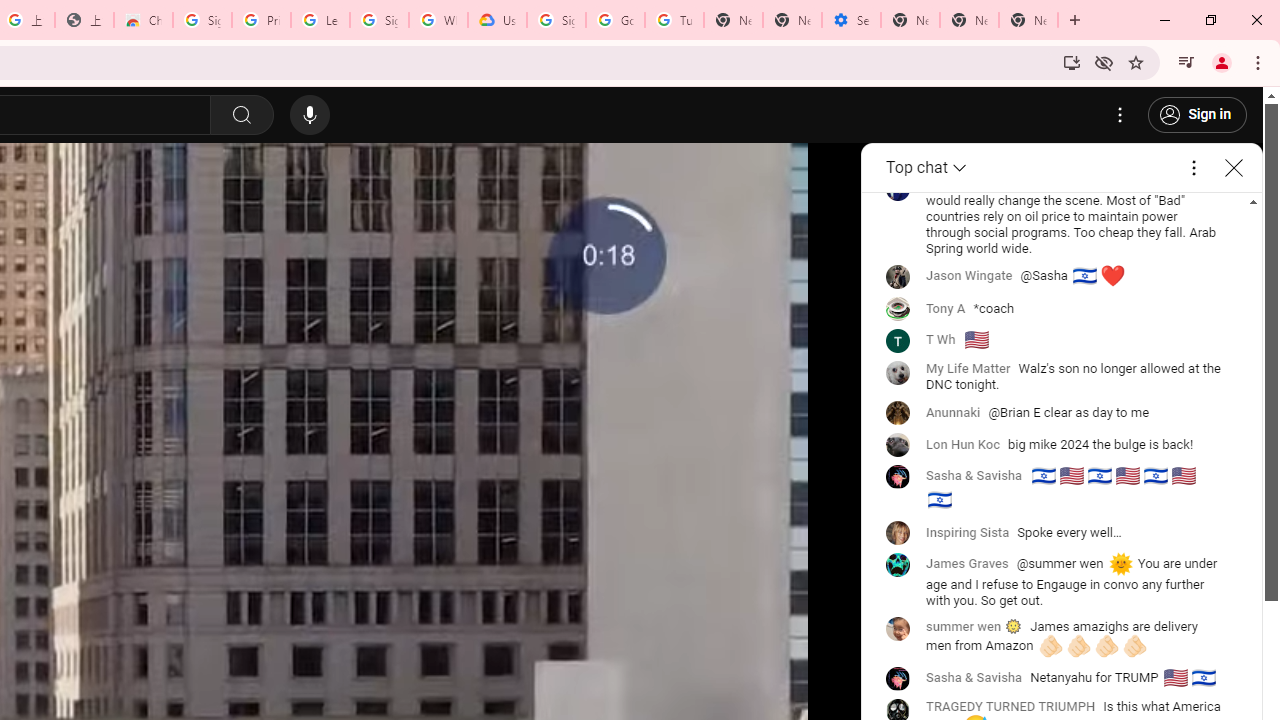 This screenshot has height=720, width=1280. I want to click on 'Install YouTube', so click(1071, 61).